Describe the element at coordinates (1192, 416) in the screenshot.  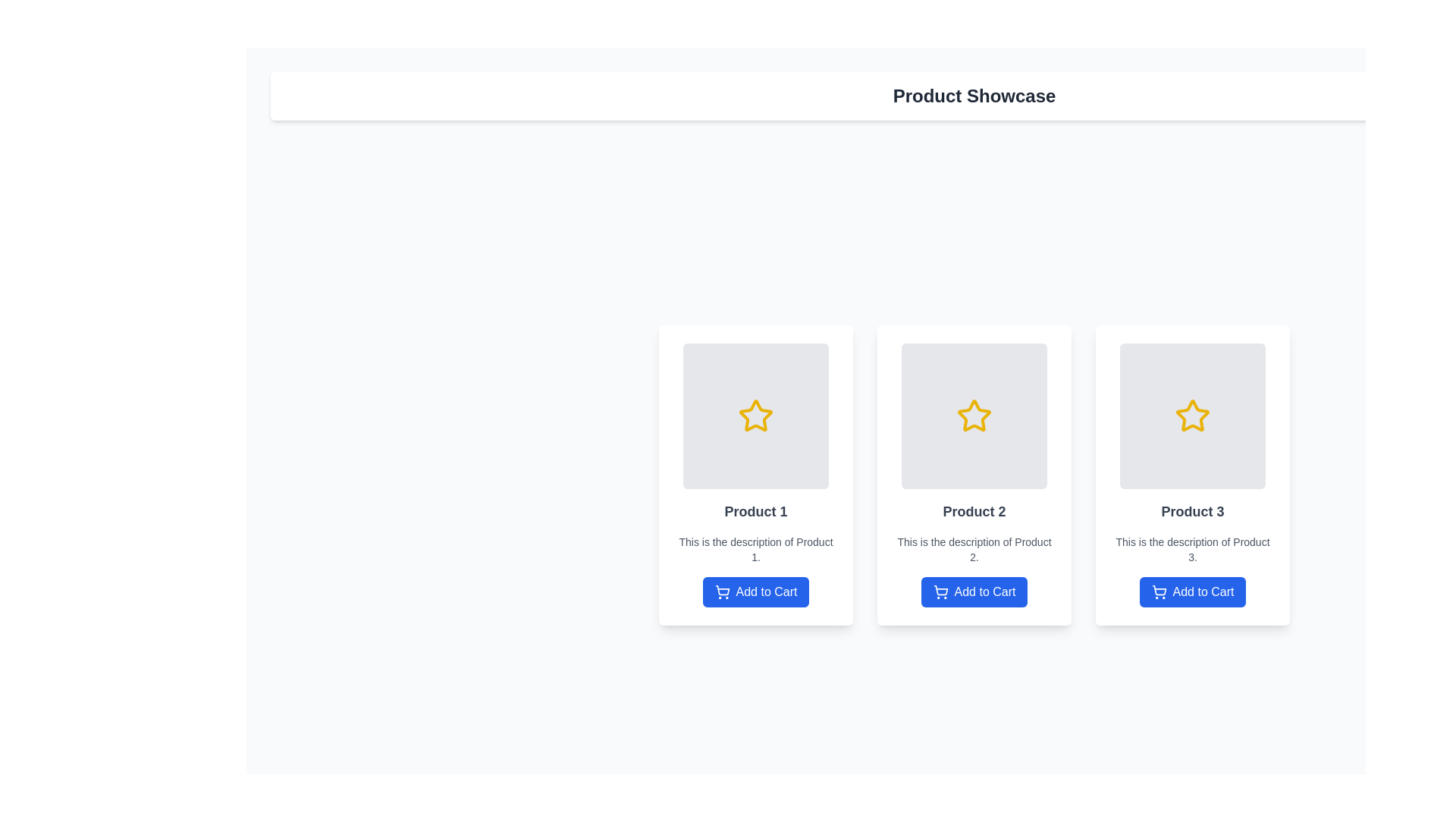
I see `the yellow star icon with a hollow center located in the third product card from the left, above the product title 'Product 3'` at that location.